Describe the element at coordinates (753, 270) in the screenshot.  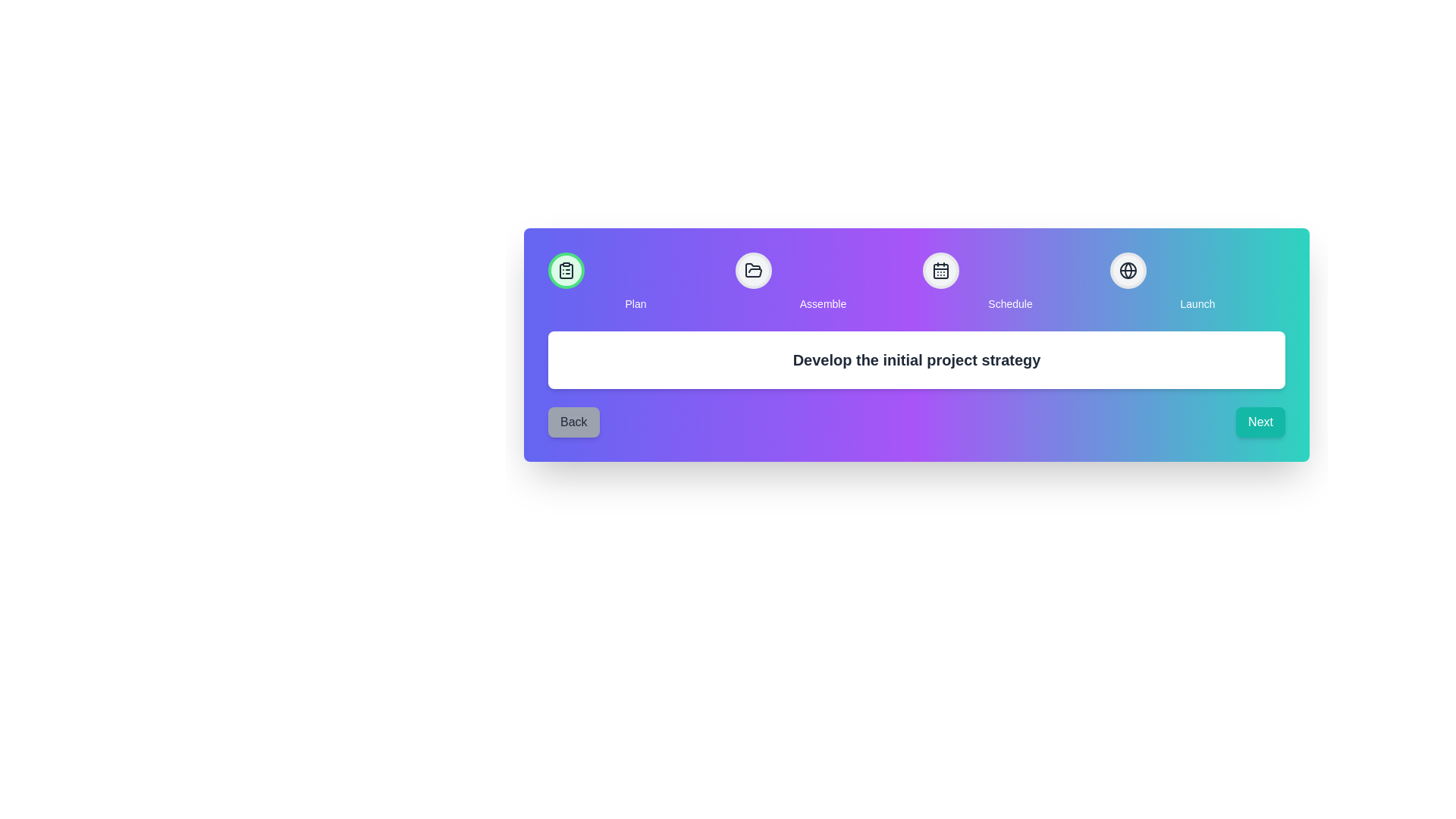
I see `the step Assemble to interact with it` at that location.